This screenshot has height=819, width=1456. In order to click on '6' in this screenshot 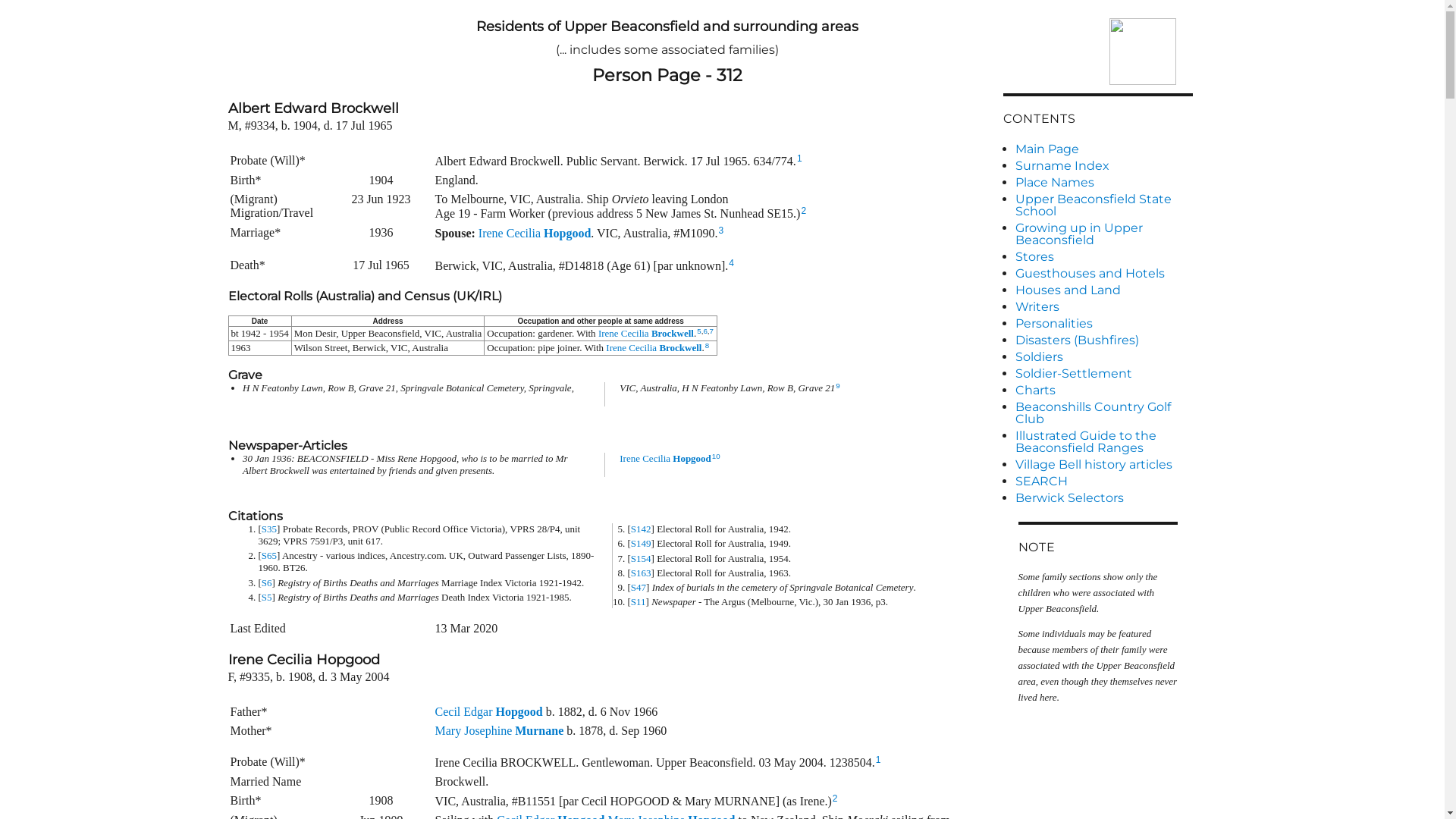, I will do `click(701, 330)`.